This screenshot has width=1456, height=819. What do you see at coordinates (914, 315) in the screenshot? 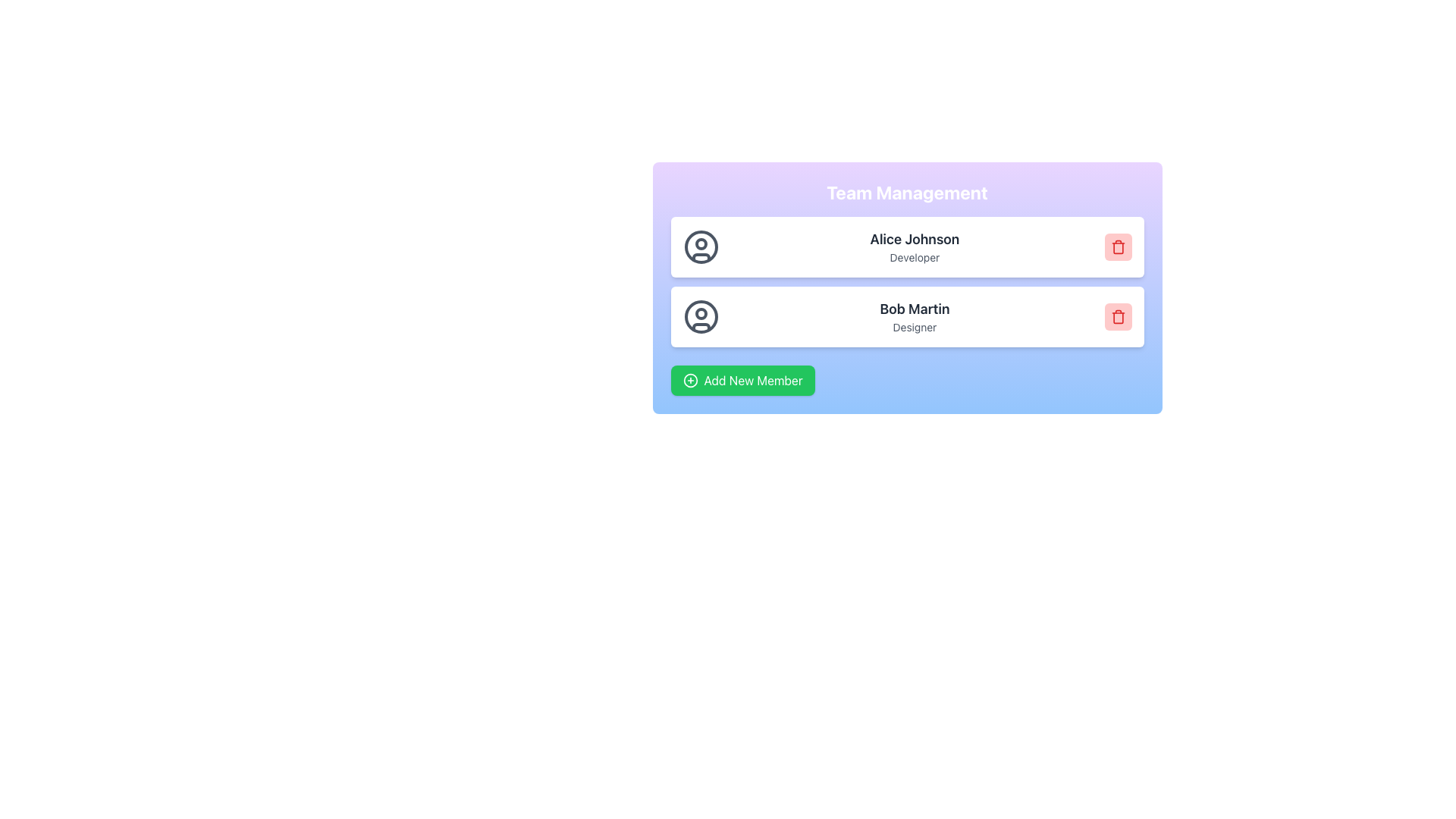
I see `the informational display for team member 'Bob Martin', who is a 'Designer', located in the second card of the Team Management interface` at bounding box center [914, 315].